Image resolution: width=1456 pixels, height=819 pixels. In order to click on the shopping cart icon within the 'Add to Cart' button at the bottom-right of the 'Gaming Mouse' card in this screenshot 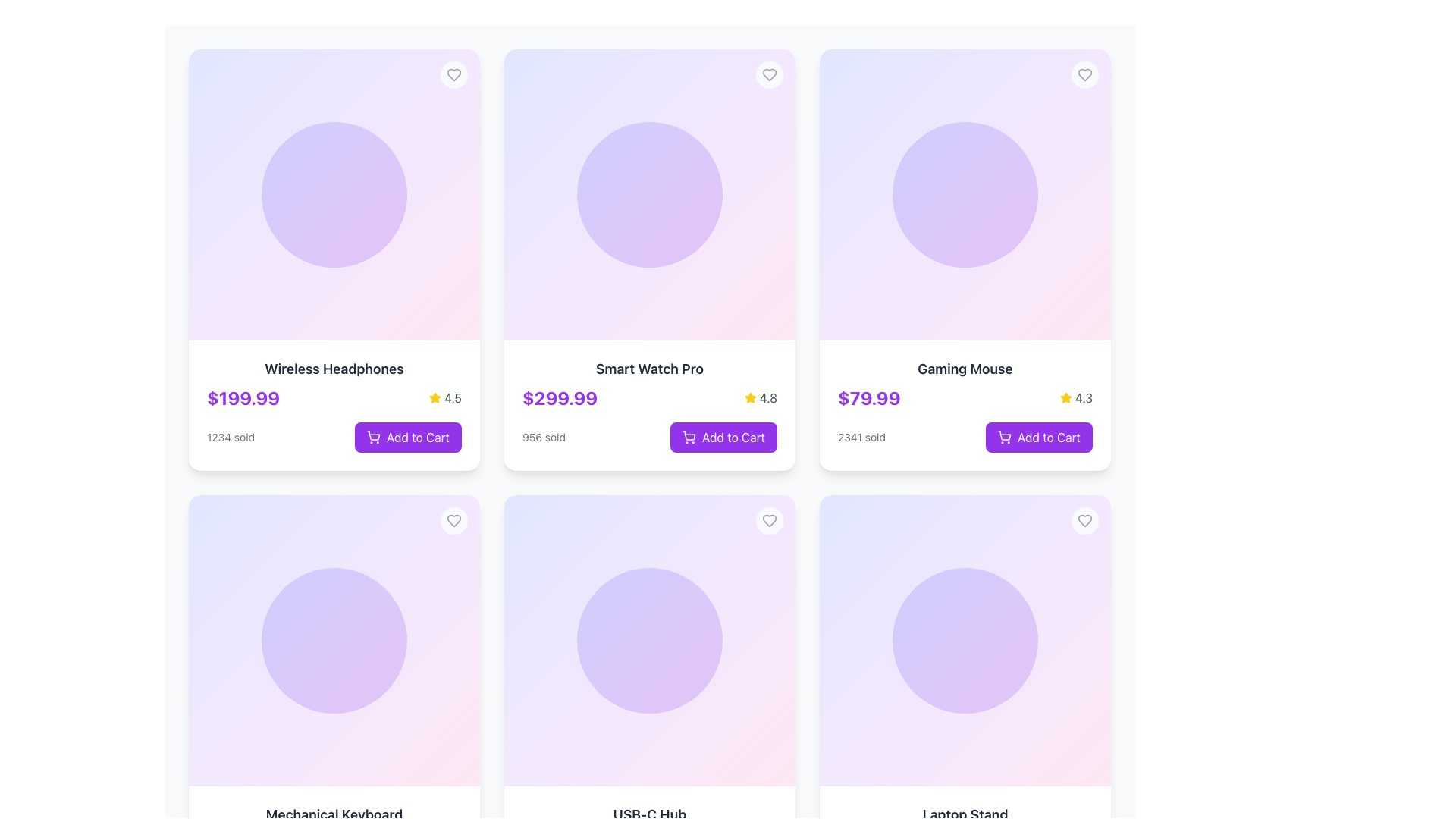, I will do `click(1004, 435)`.